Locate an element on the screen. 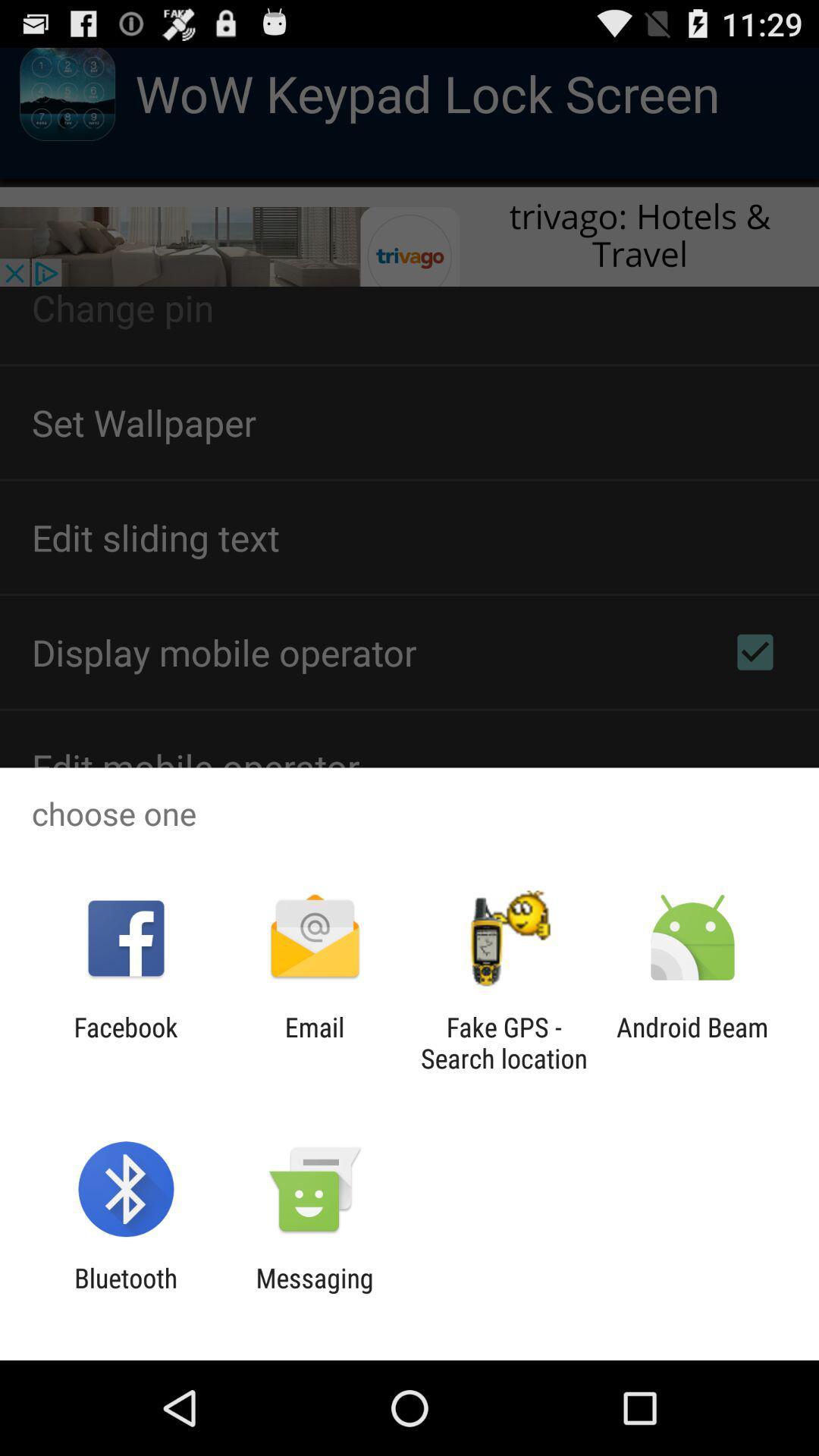  item next to bluetooth icon is located at coordinates (314, 1293).